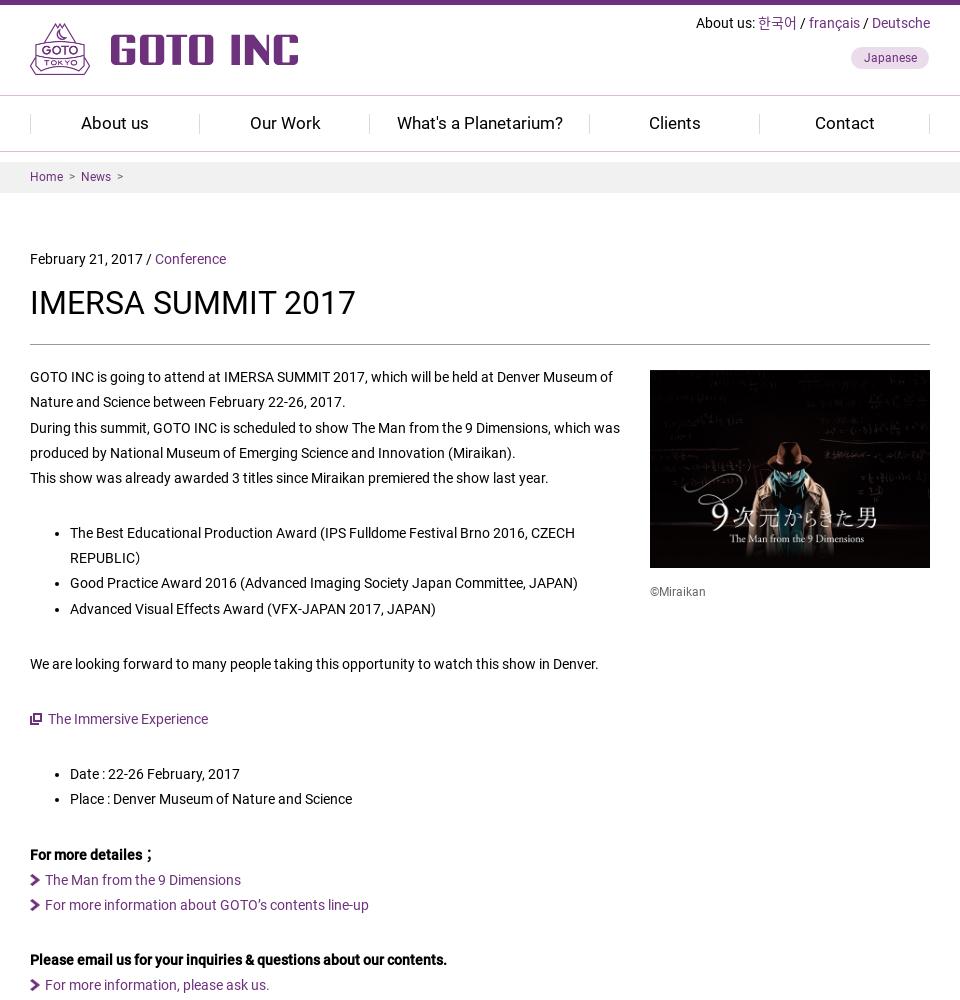 The image size is (960, 1000). What do you see at coordinates (322, 545) in the screenshot?
I see `'The Best Educational Production Award (IPS Fulldome Festival Brno 2016, CZECH REPUBLIC）'` at bounding box center [322, 545].